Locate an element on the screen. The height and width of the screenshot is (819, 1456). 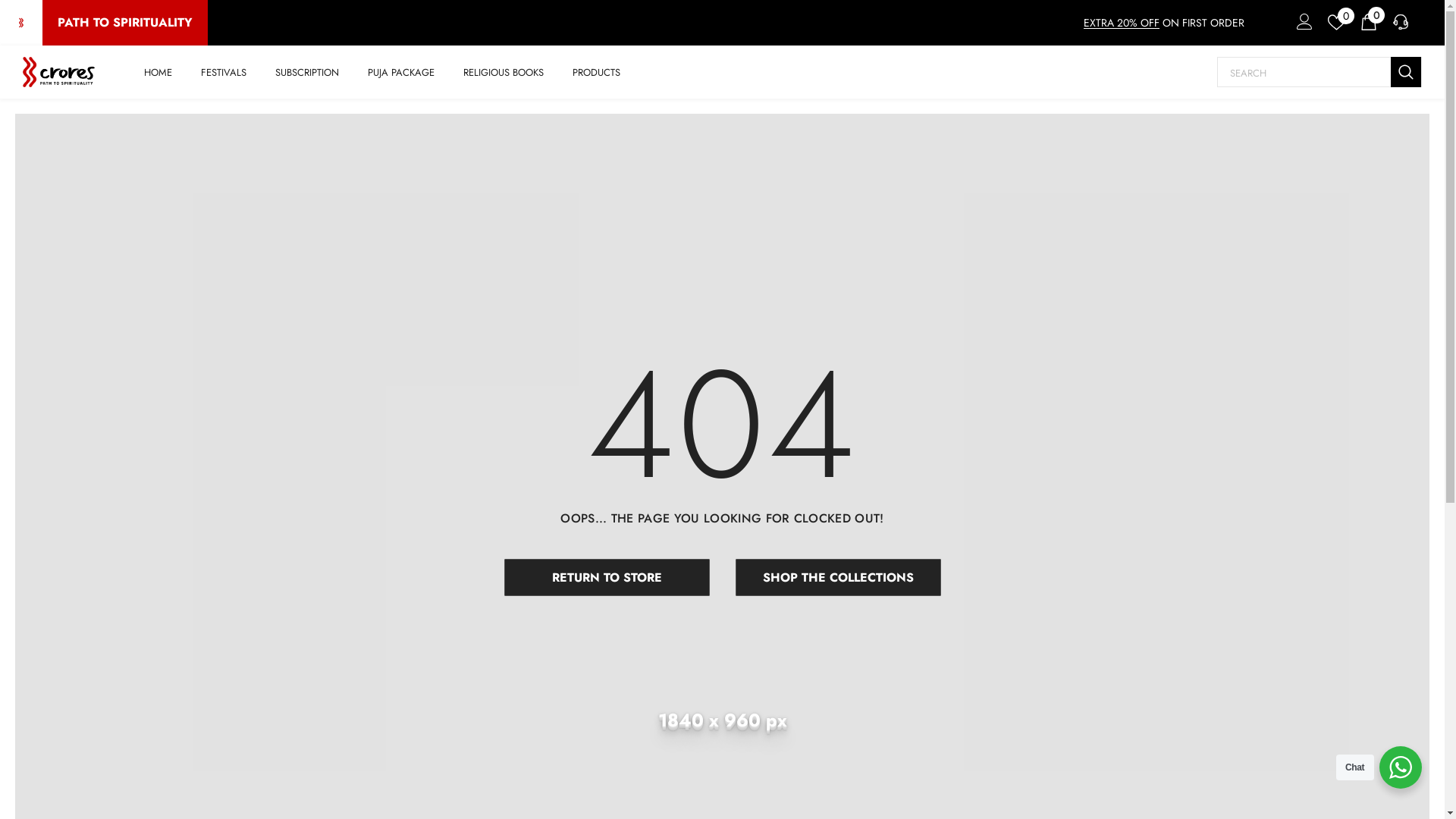
'Logo' is located at coordinates (58, 72).